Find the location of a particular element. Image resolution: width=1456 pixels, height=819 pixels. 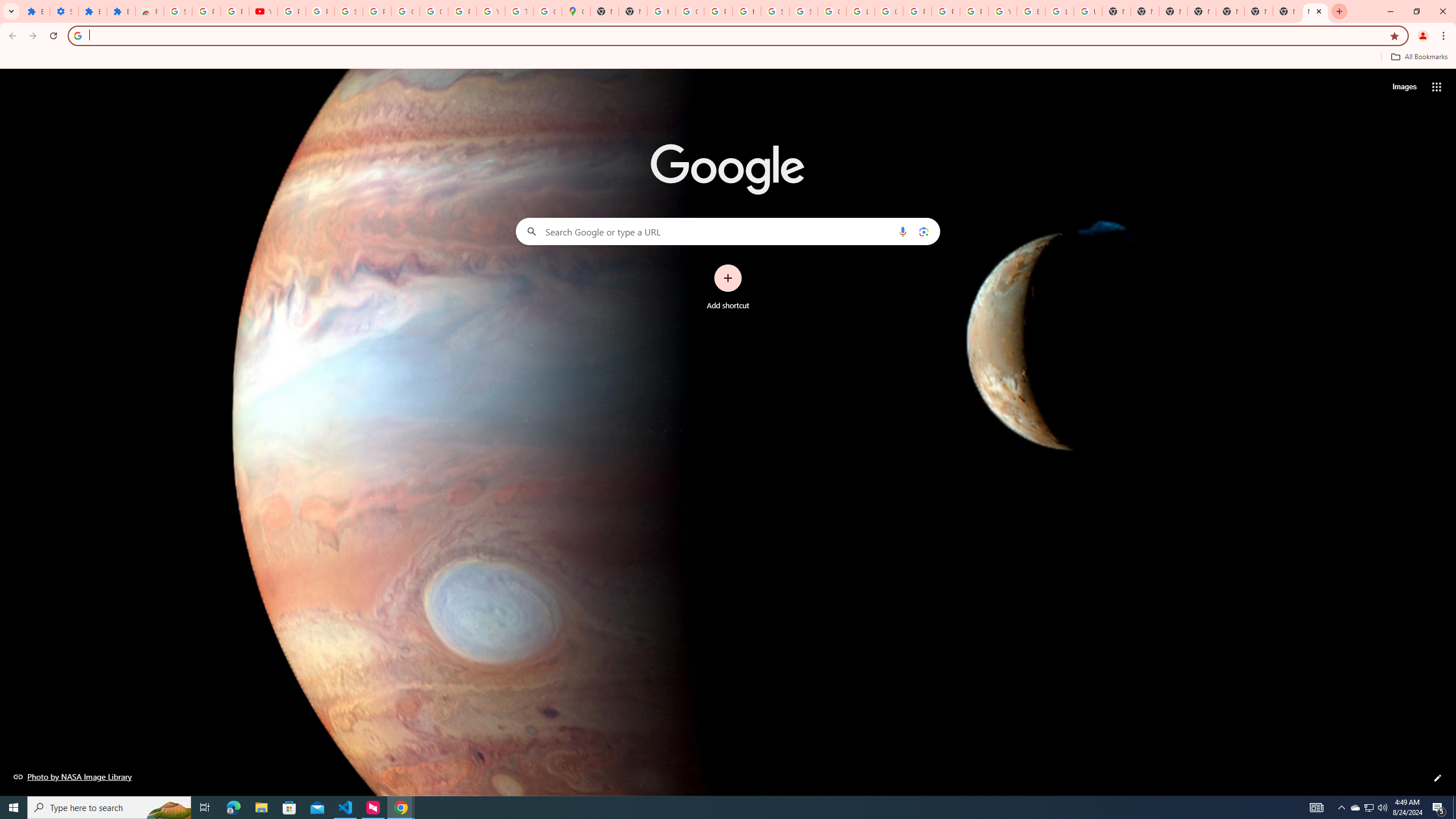

'Search by image' is located at coordinates (923, 230).